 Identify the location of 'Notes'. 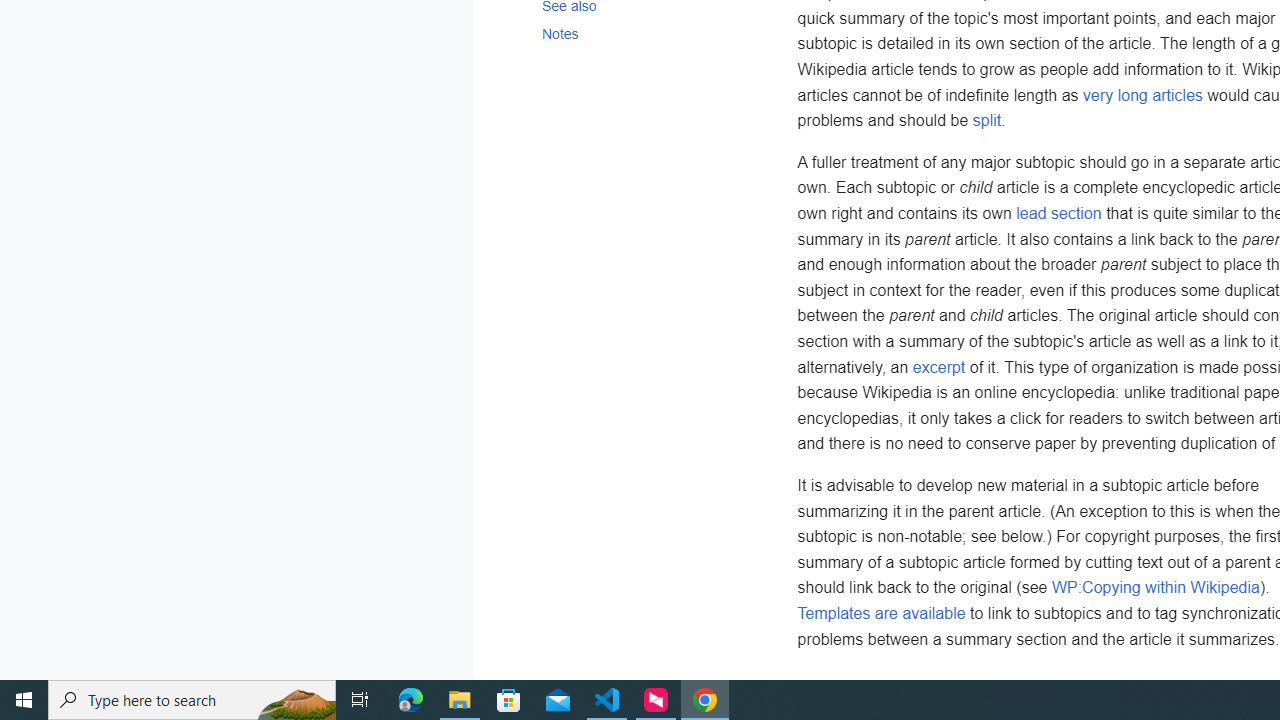
(649, 33).